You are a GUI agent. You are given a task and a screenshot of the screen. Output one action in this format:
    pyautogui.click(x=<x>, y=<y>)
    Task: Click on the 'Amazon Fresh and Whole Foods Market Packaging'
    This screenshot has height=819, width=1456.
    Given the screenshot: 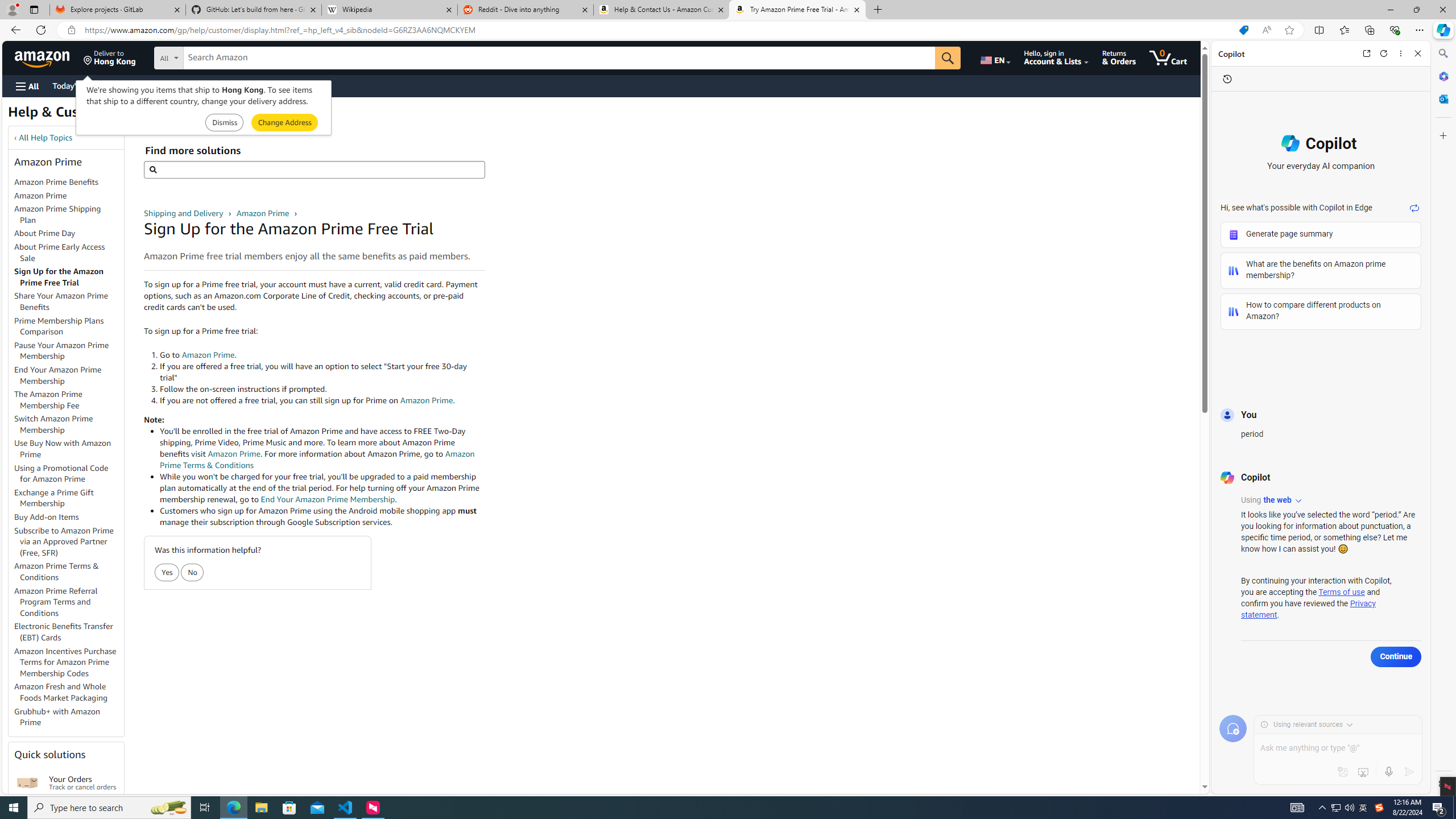 What is the action you would take?
    pyautogui.click(x=69, y=692)
    